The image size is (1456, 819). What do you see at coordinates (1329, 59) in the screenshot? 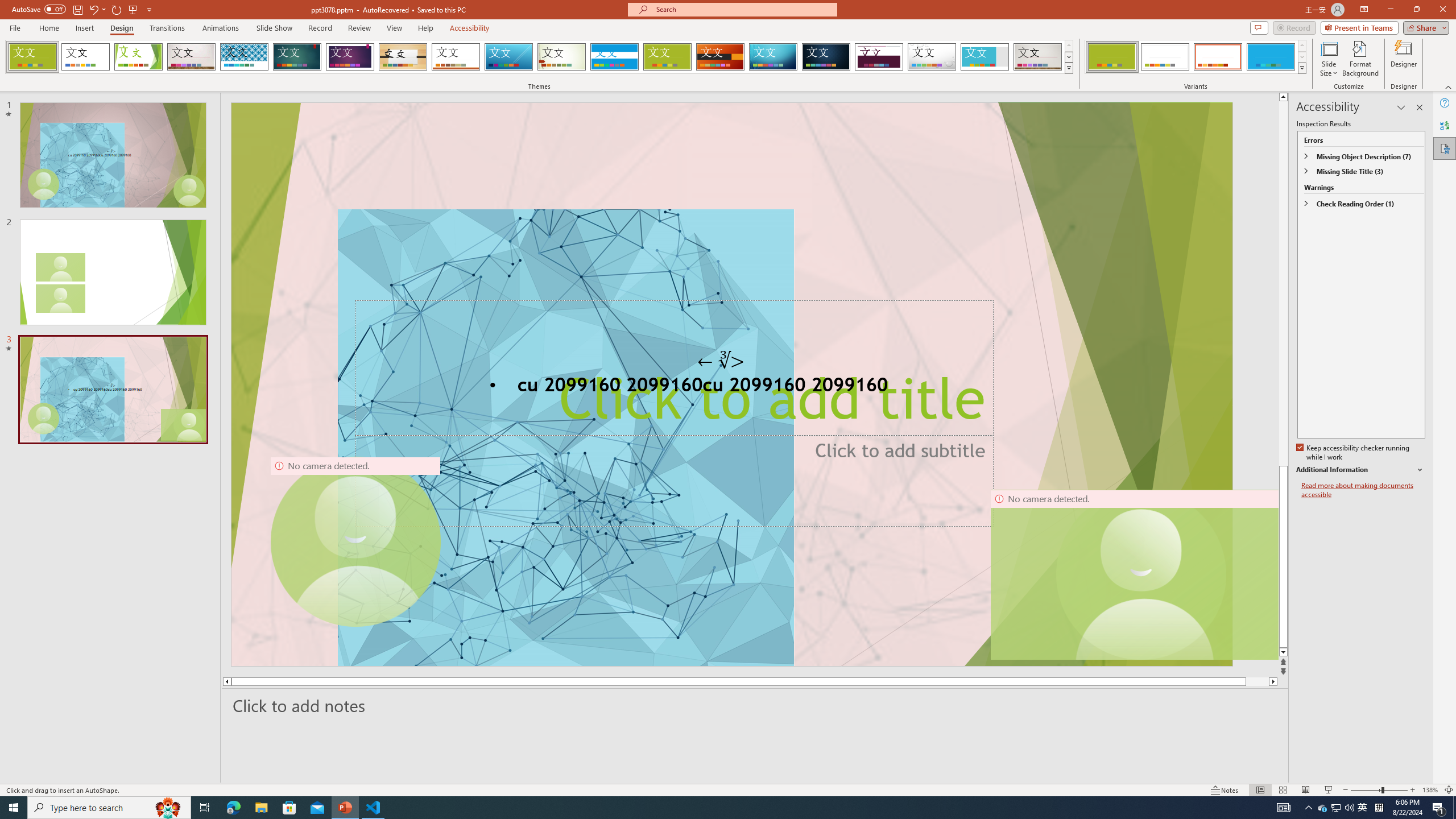
I see `'Slide Size'` at bounding box center [1329, 59].